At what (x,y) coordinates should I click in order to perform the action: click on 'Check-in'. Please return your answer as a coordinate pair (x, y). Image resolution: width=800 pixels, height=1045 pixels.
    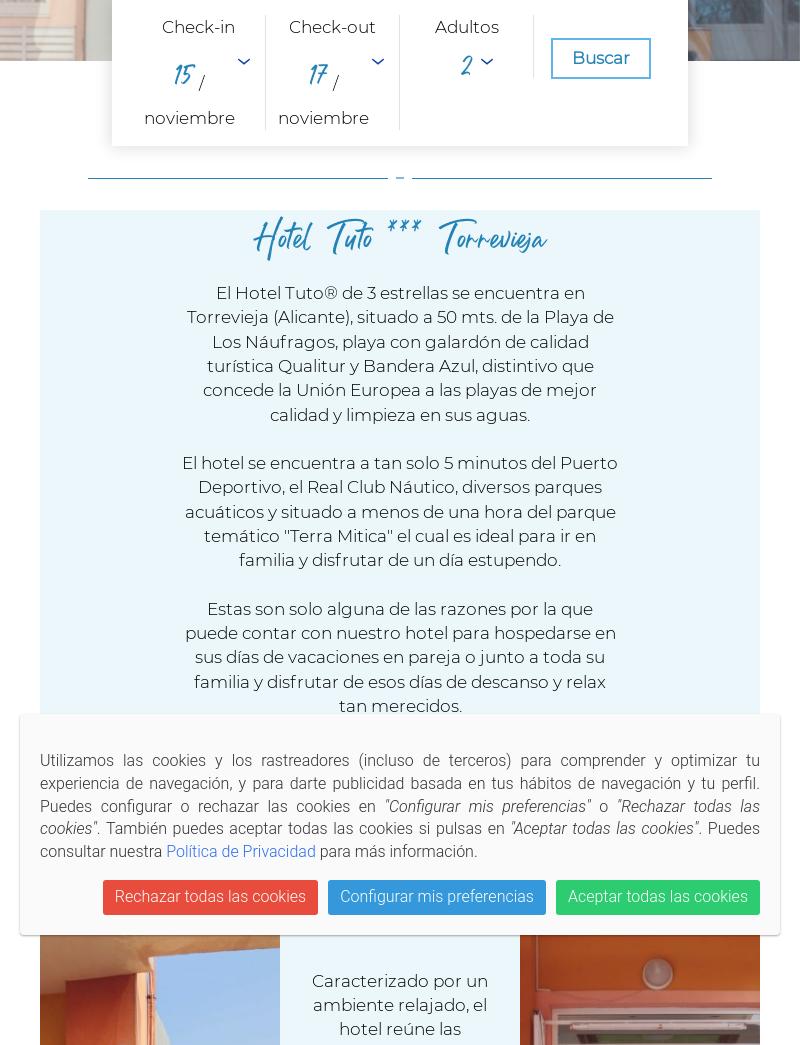
    Looking at the image, I should click on (197, 25).